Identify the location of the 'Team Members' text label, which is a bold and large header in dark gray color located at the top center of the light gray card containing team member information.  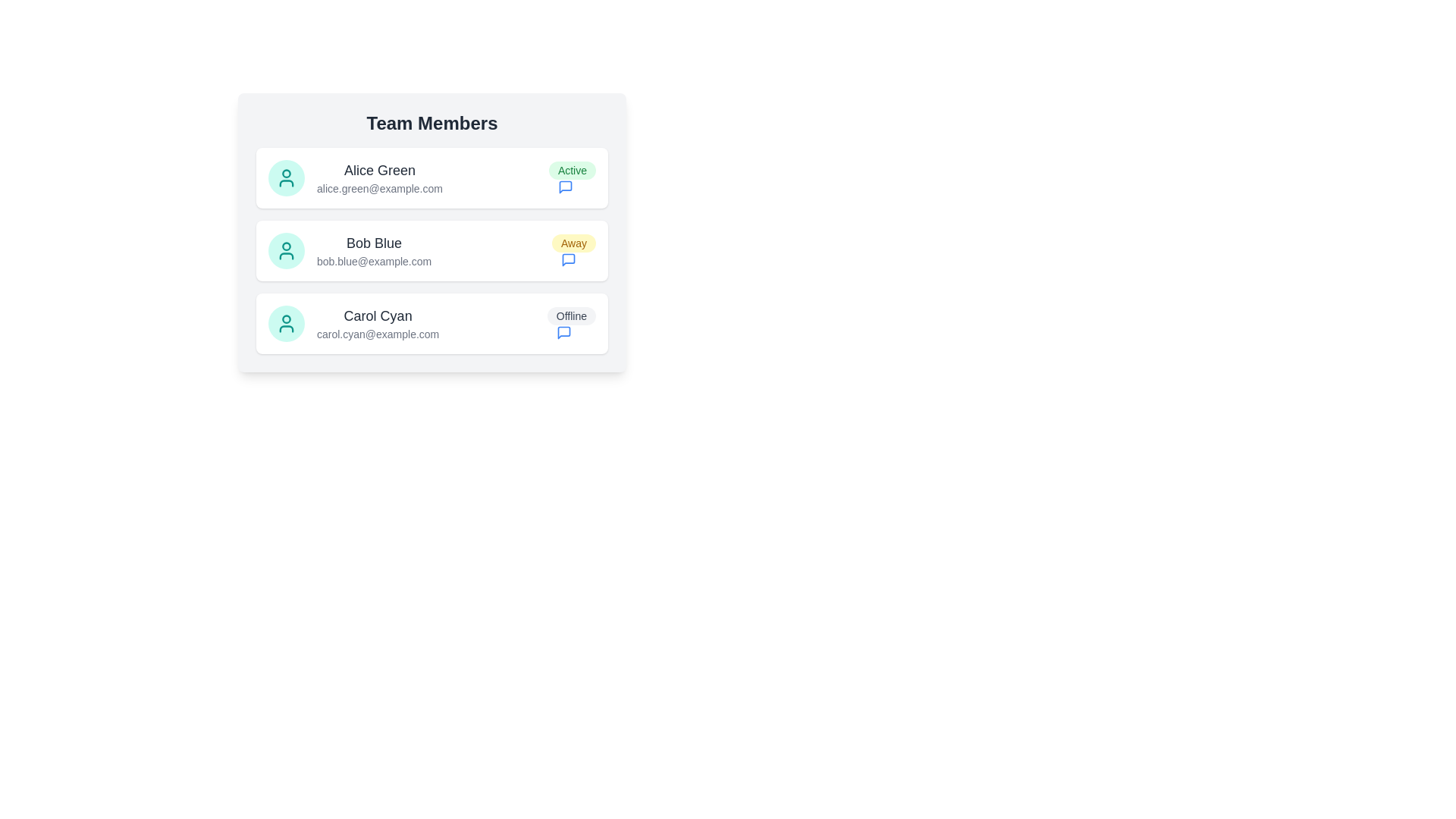
(431, 122).